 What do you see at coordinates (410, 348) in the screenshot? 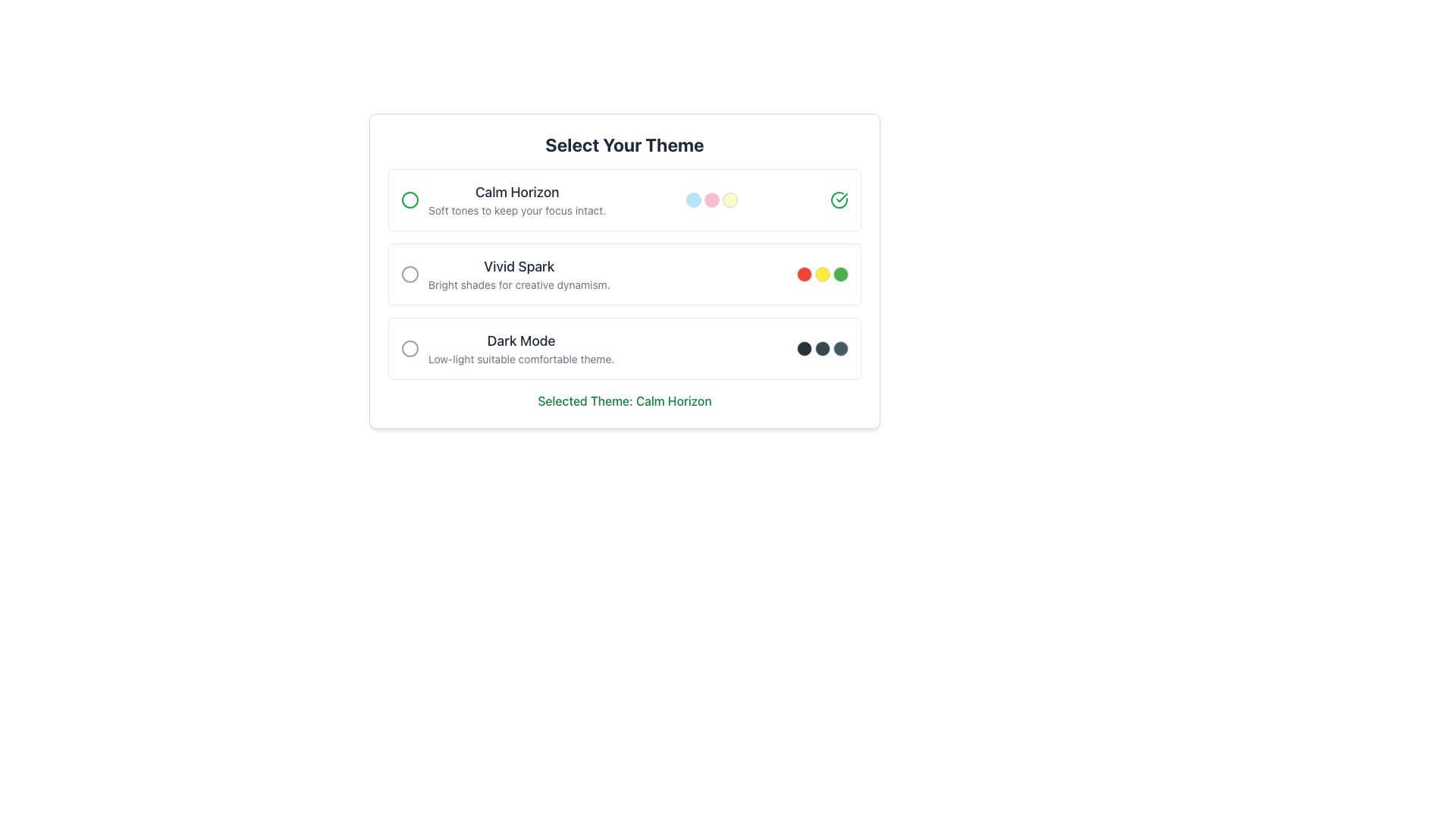
I see `the Circle icon, which is a circular outline indicating a selection or radio option, located to the left of the 'Dark Mode' theme description` at bounding box center [410, 348].